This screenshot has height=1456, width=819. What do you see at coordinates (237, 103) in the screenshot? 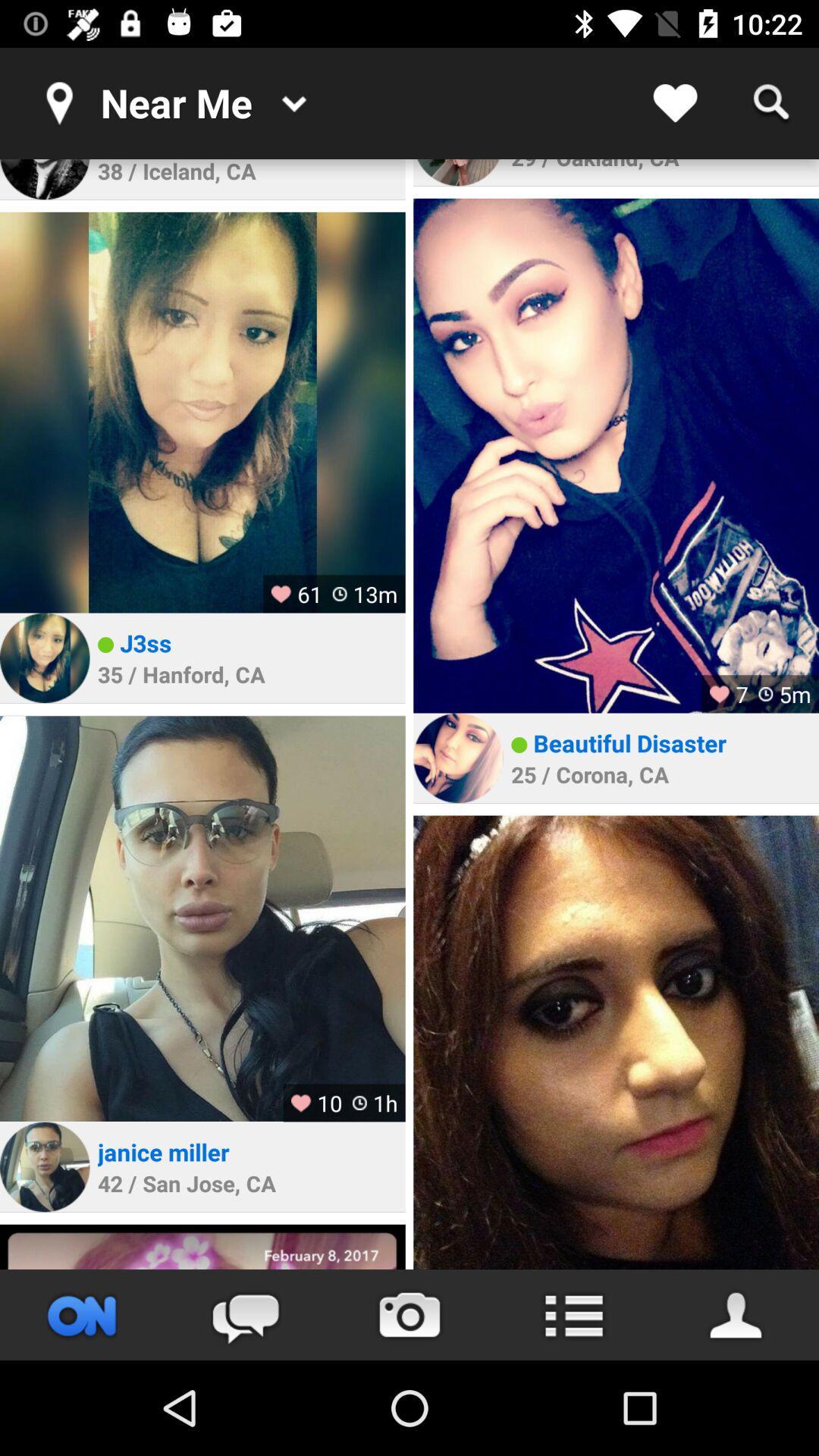
I see `the text near me` at bounding box center [237, 103].